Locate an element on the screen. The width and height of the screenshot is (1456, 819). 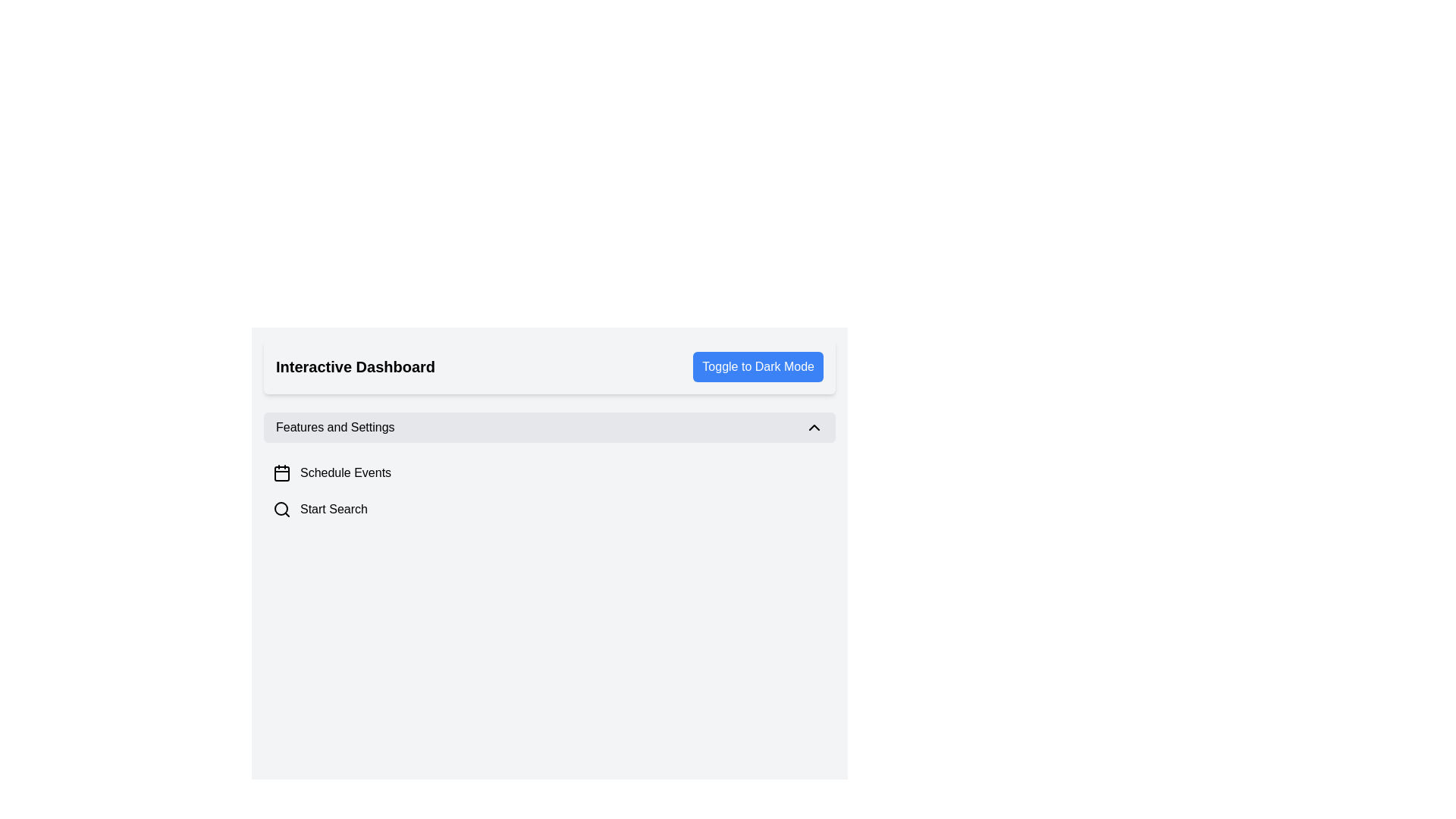
the search icon represented as a minimalist, outlined magnifying glass located to the immediate left of the 'Start Search' text in the 'Features and Settings' section is located at coordinates (282, 509).